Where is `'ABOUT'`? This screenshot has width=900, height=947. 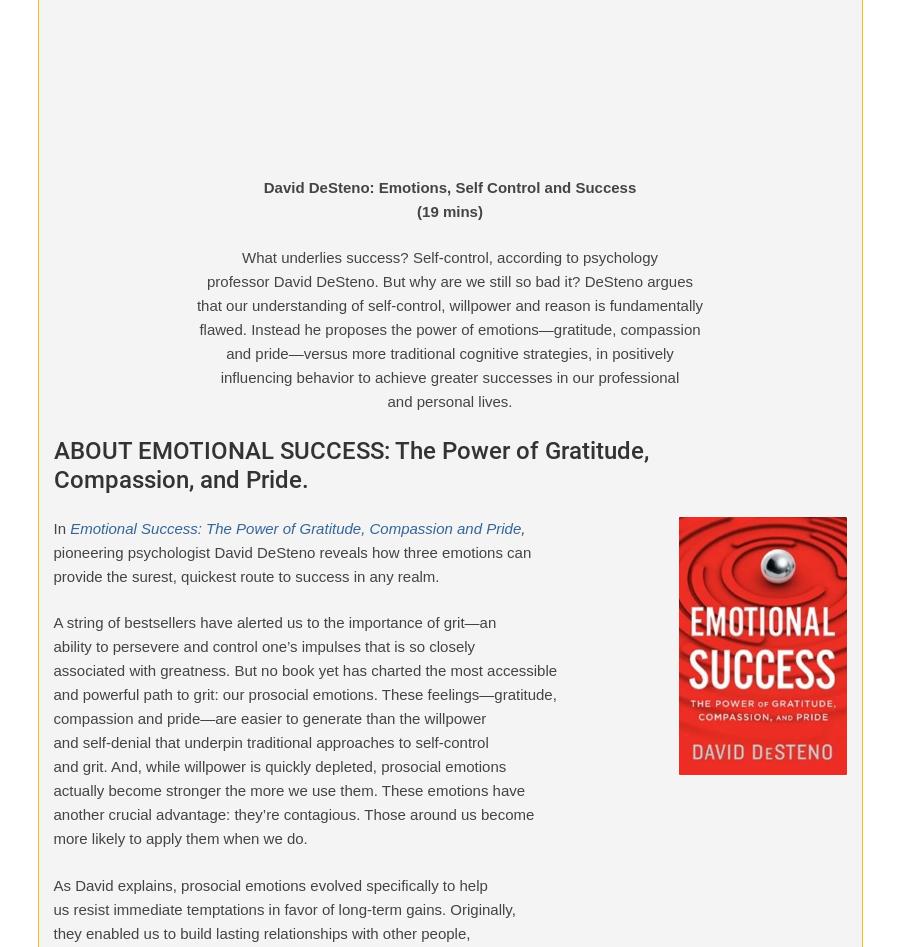 'ABOUT' is located at coordinates (35, 897).